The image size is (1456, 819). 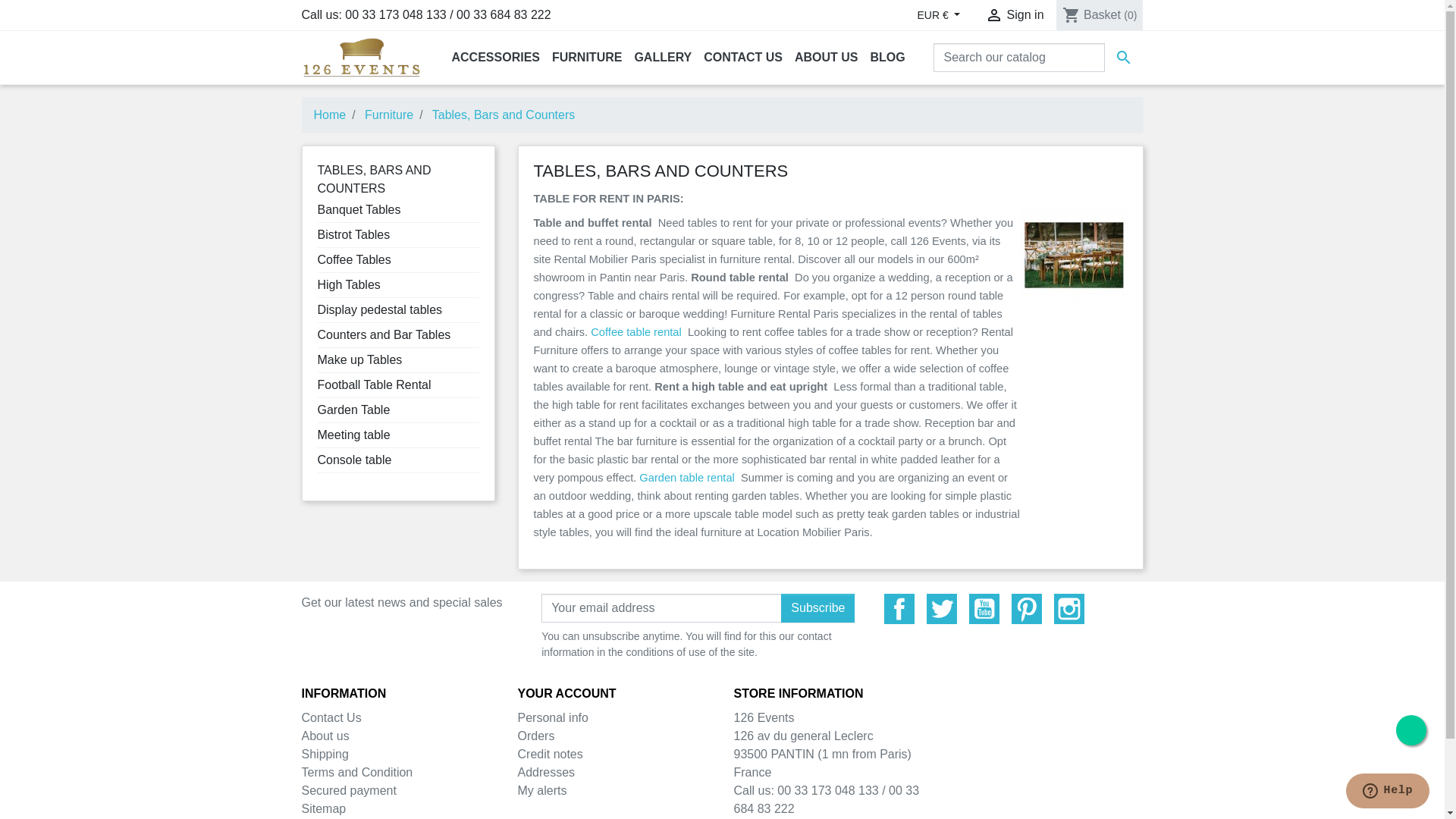 I want to click on 'Football Table Rental', so click(x=374, y=384).